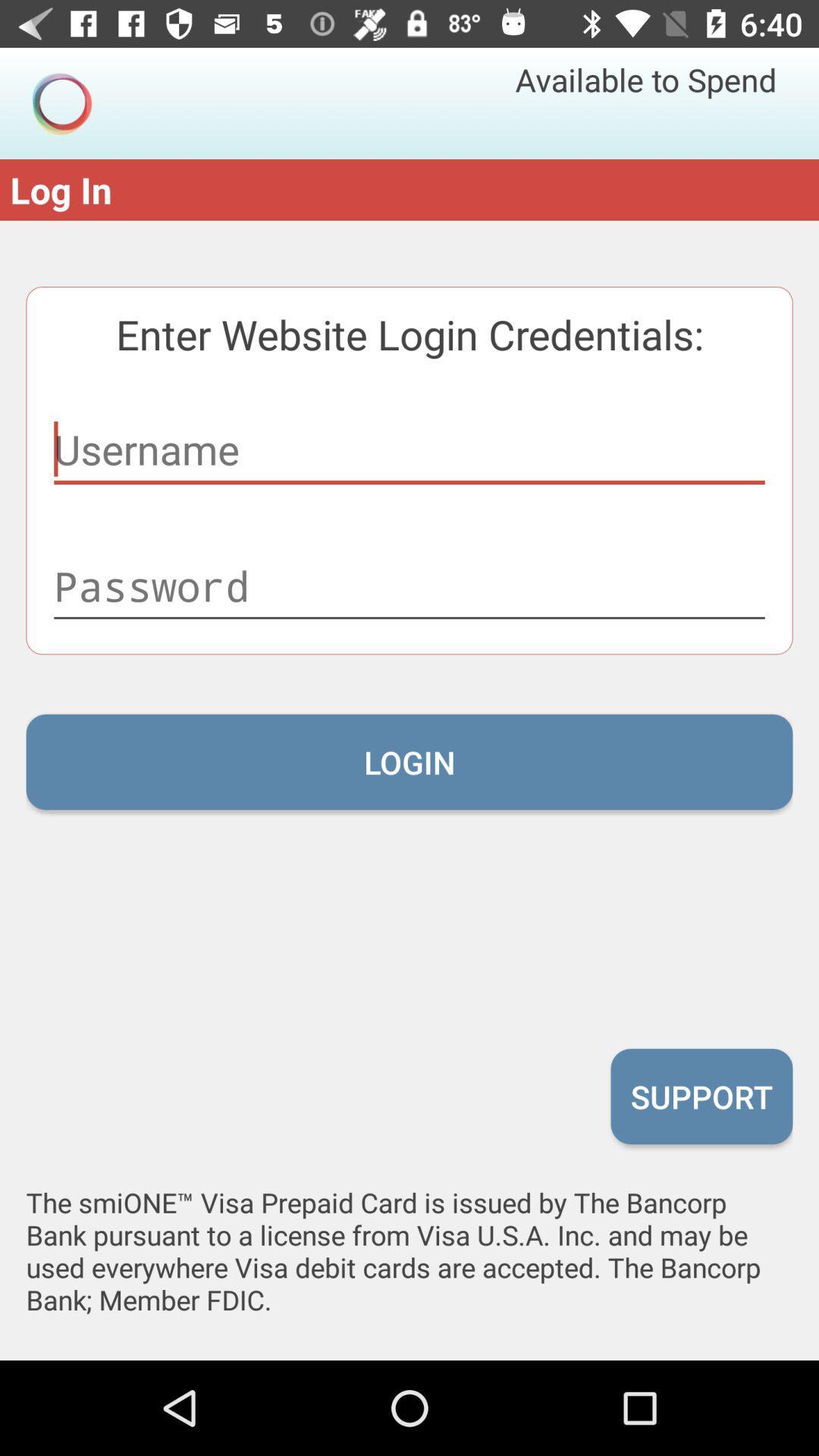 This screenshot has width=819, height=1456. I want to click on item above the login item, so click(409, 585).